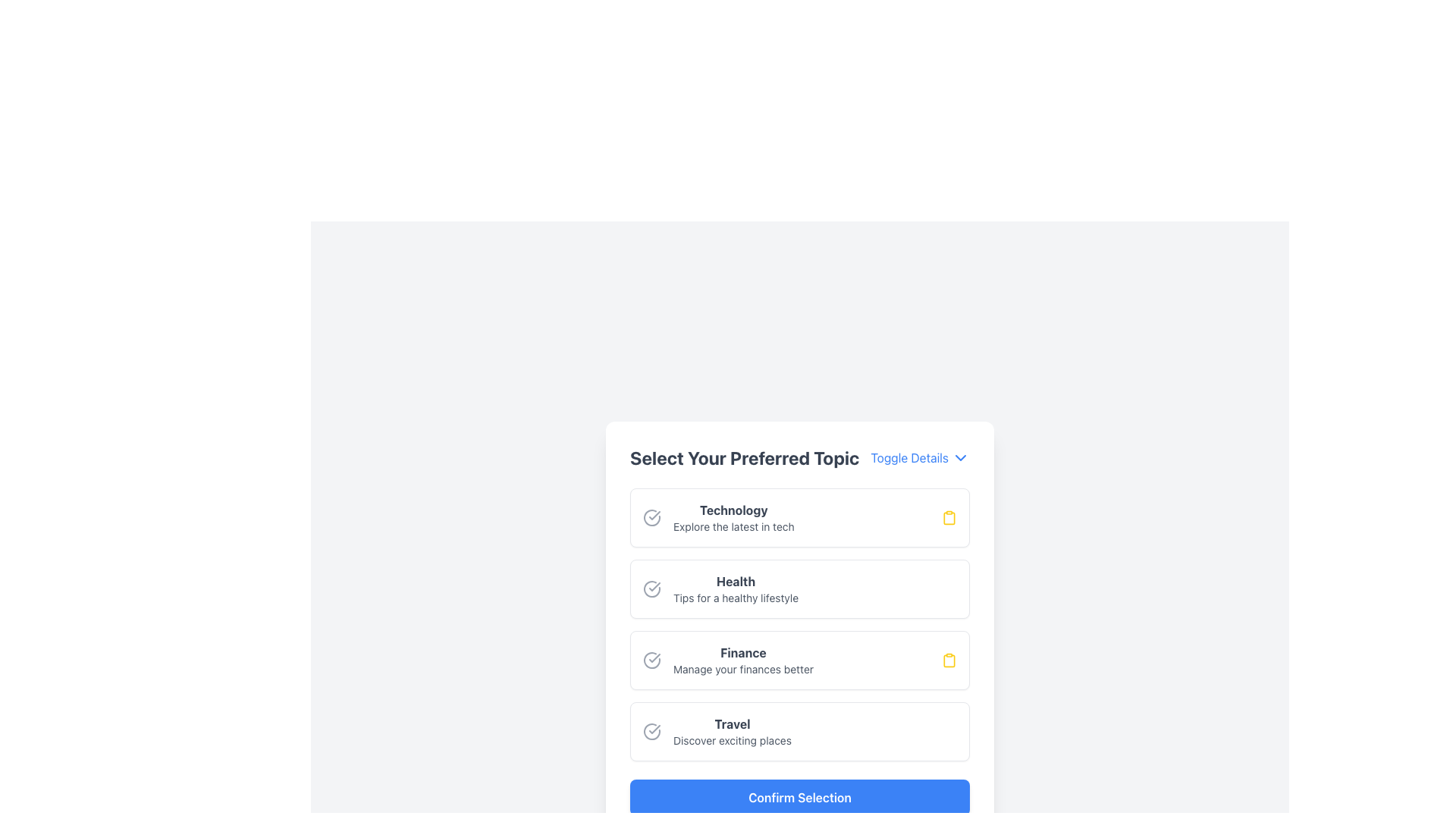 The height and width of the screenshot is (819, 1456). Describe the element at coordinates (717, 516) in the screenshot. I see `the first selectable option in the list labeled 'Technology' under the header 'Select Your Preferred Topic'` at that location.